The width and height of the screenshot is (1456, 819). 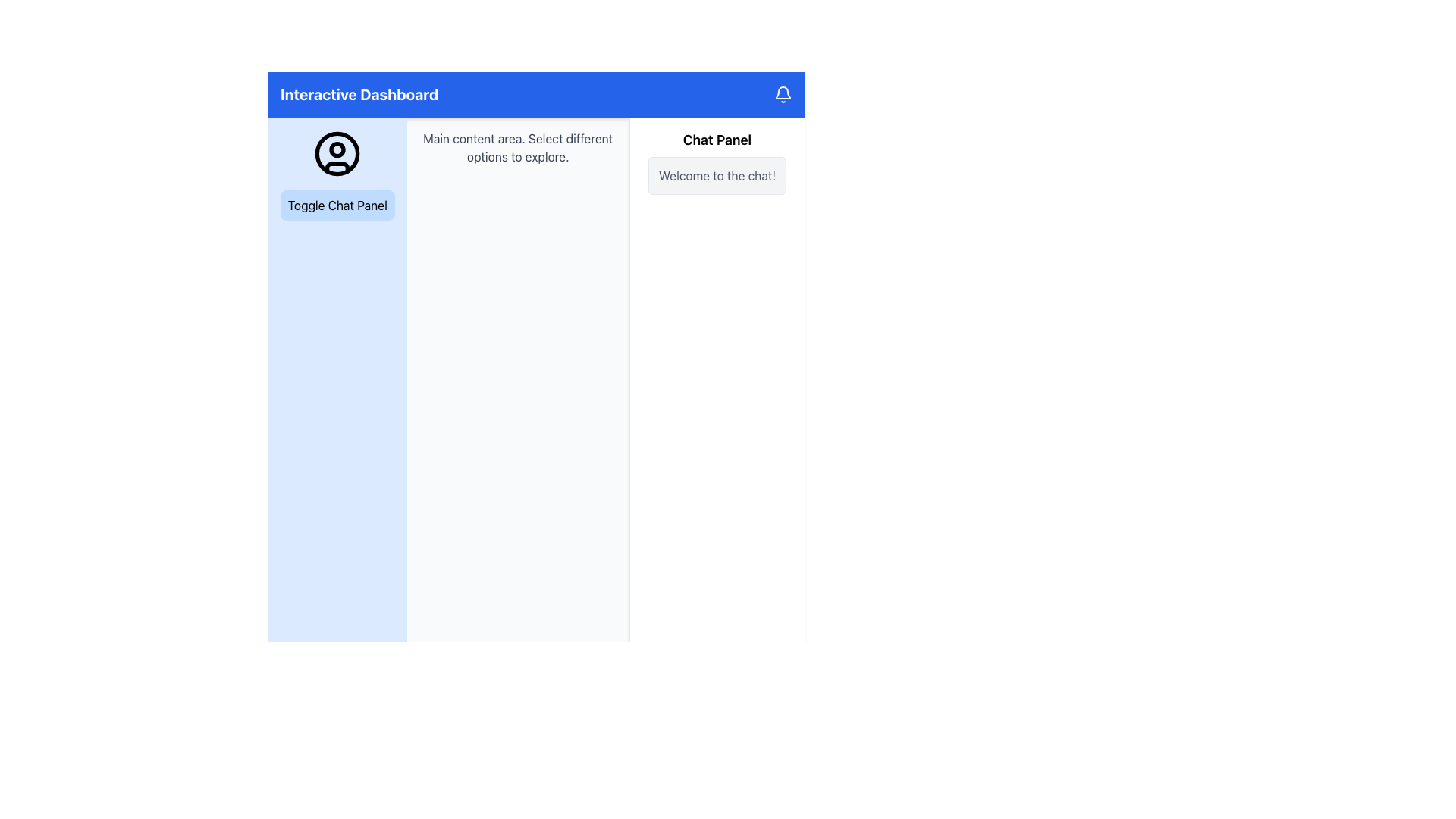 I want to click on the 'Chat Panel' text label, which is a large, bold label located at the top of the right vertical panel in the interface, so click(x=716, y=140).